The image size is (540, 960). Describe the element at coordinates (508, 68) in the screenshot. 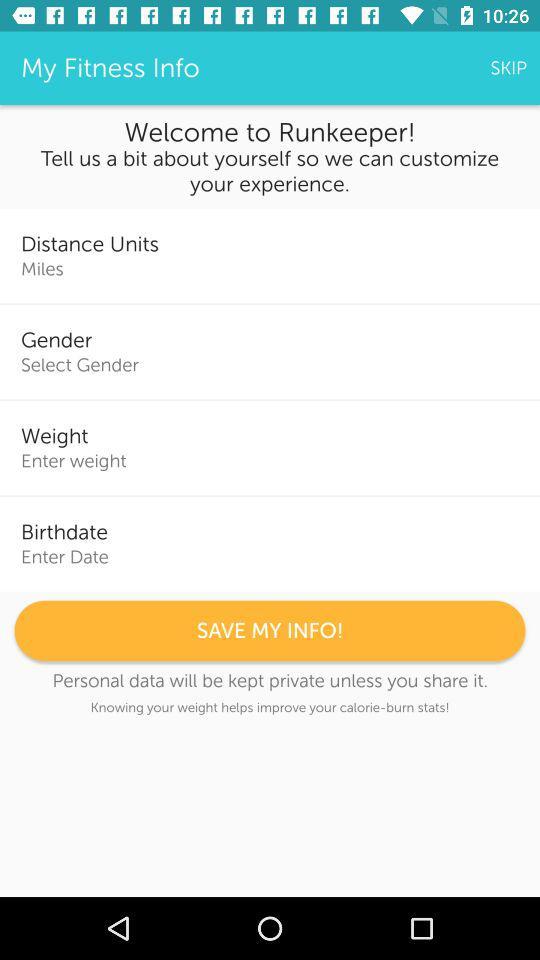

I see `the skip item` at that location.